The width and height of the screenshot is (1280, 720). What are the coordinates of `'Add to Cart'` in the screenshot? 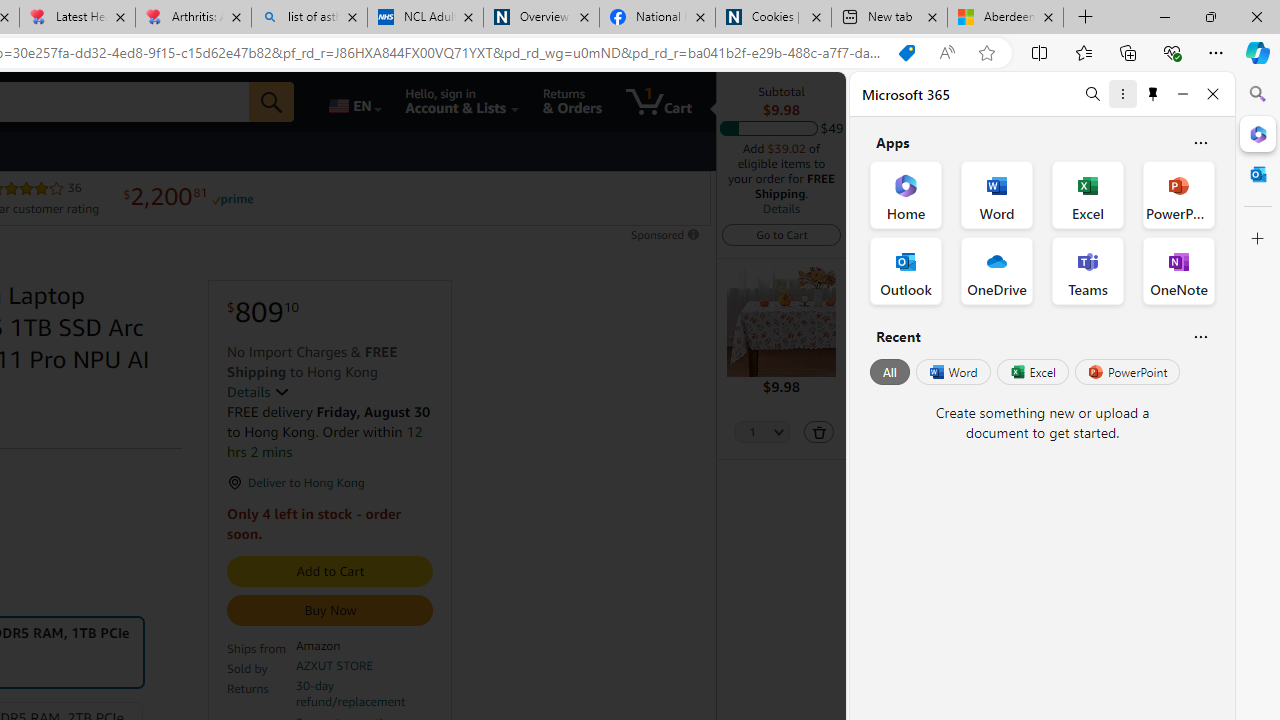 It's located at (330, 571).